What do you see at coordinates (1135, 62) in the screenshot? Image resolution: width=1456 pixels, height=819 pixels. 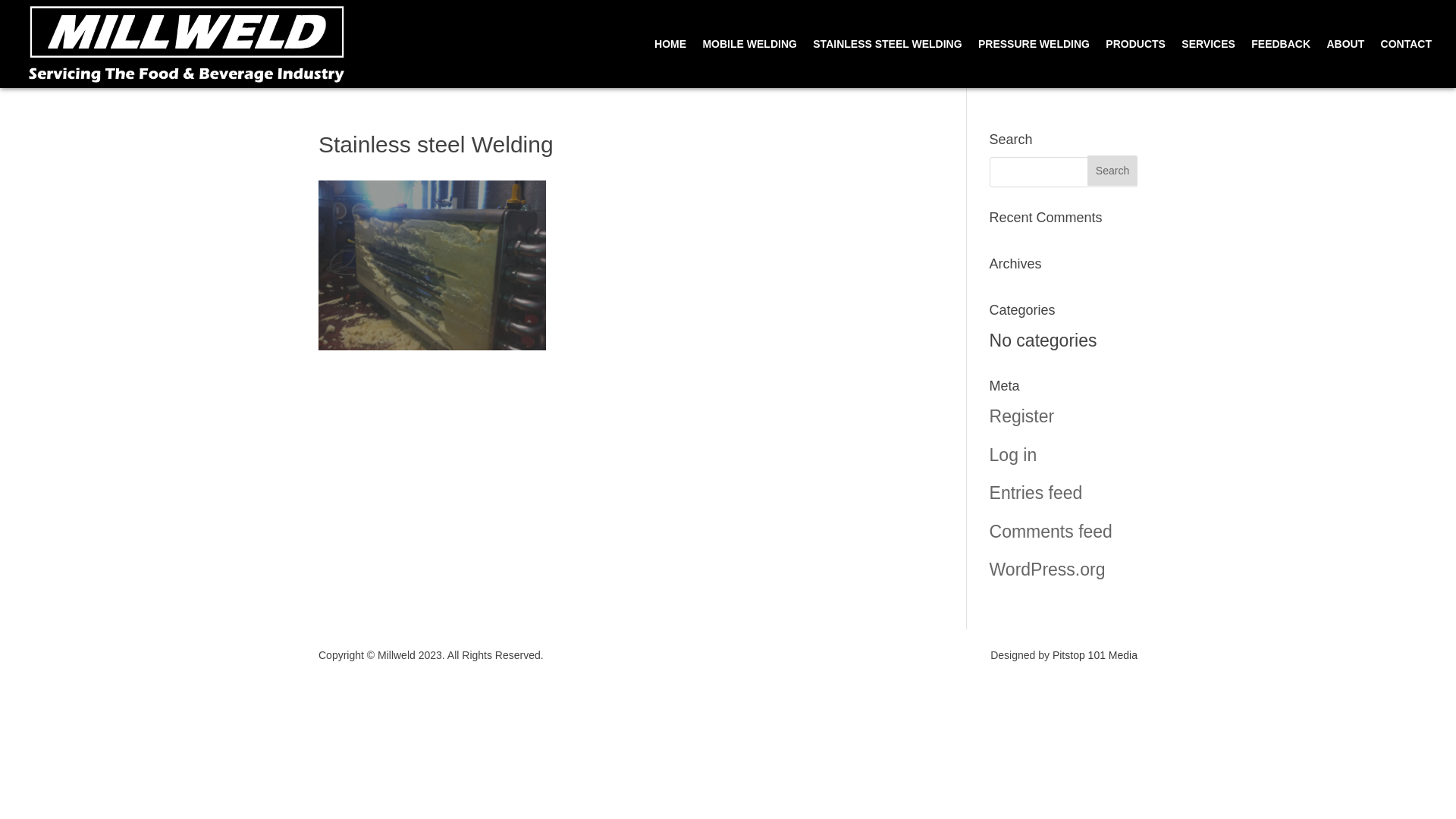 I see `'PRODUCTS'` at bounding box center [1135, 62].